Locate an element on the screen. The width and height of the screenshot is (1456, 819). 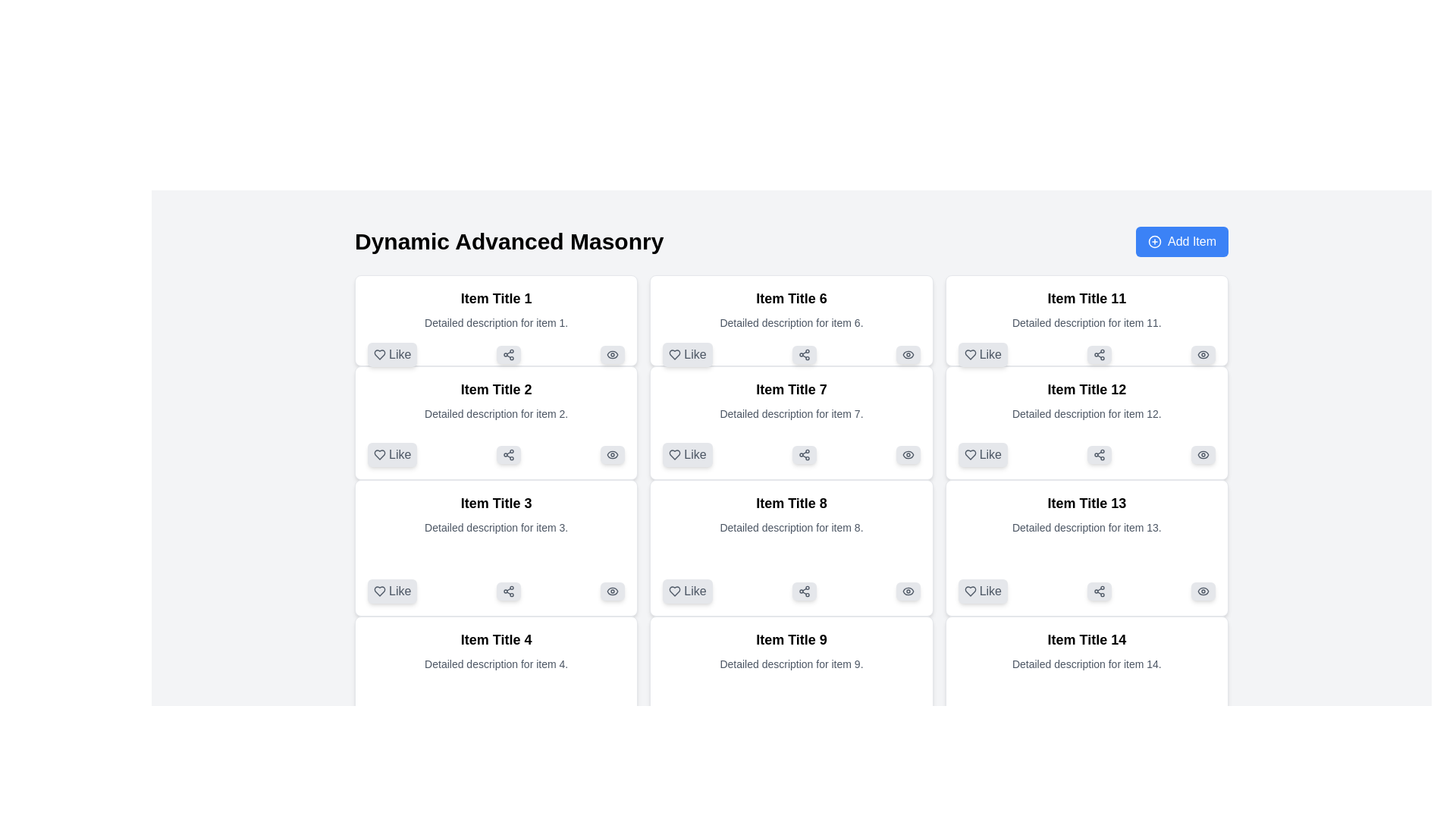
text component displaying 'Detailed description for item 2.' located beneath the heading 'Item Title 2' in the second item card of the masonry layout is located at coordinates (496, 414).